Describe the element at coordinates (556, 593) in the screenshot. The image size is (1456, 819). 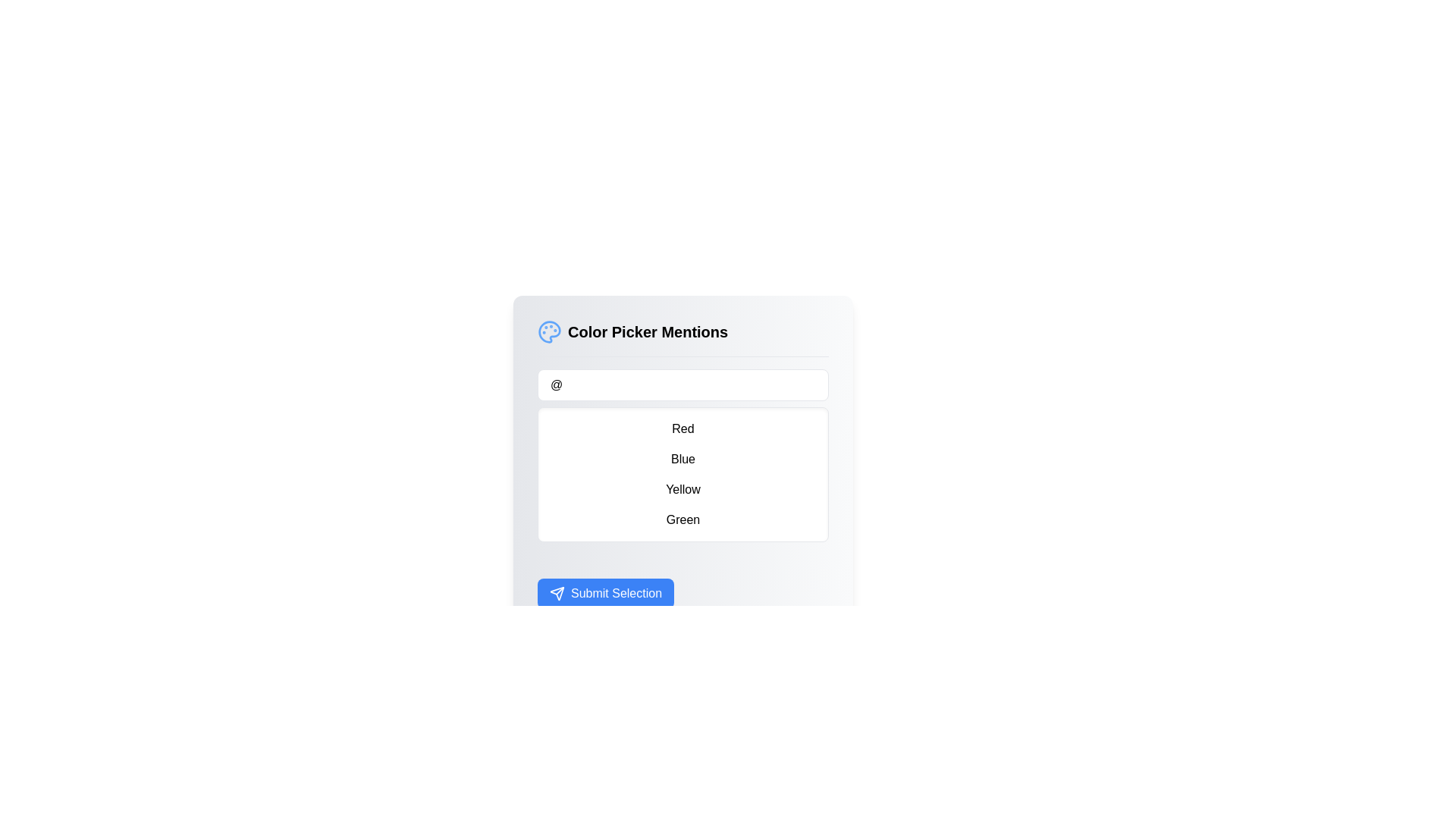
I see `the 'Submit Selection' button that contains the SVG send icon, located at the bottom left of the interface` at that location.